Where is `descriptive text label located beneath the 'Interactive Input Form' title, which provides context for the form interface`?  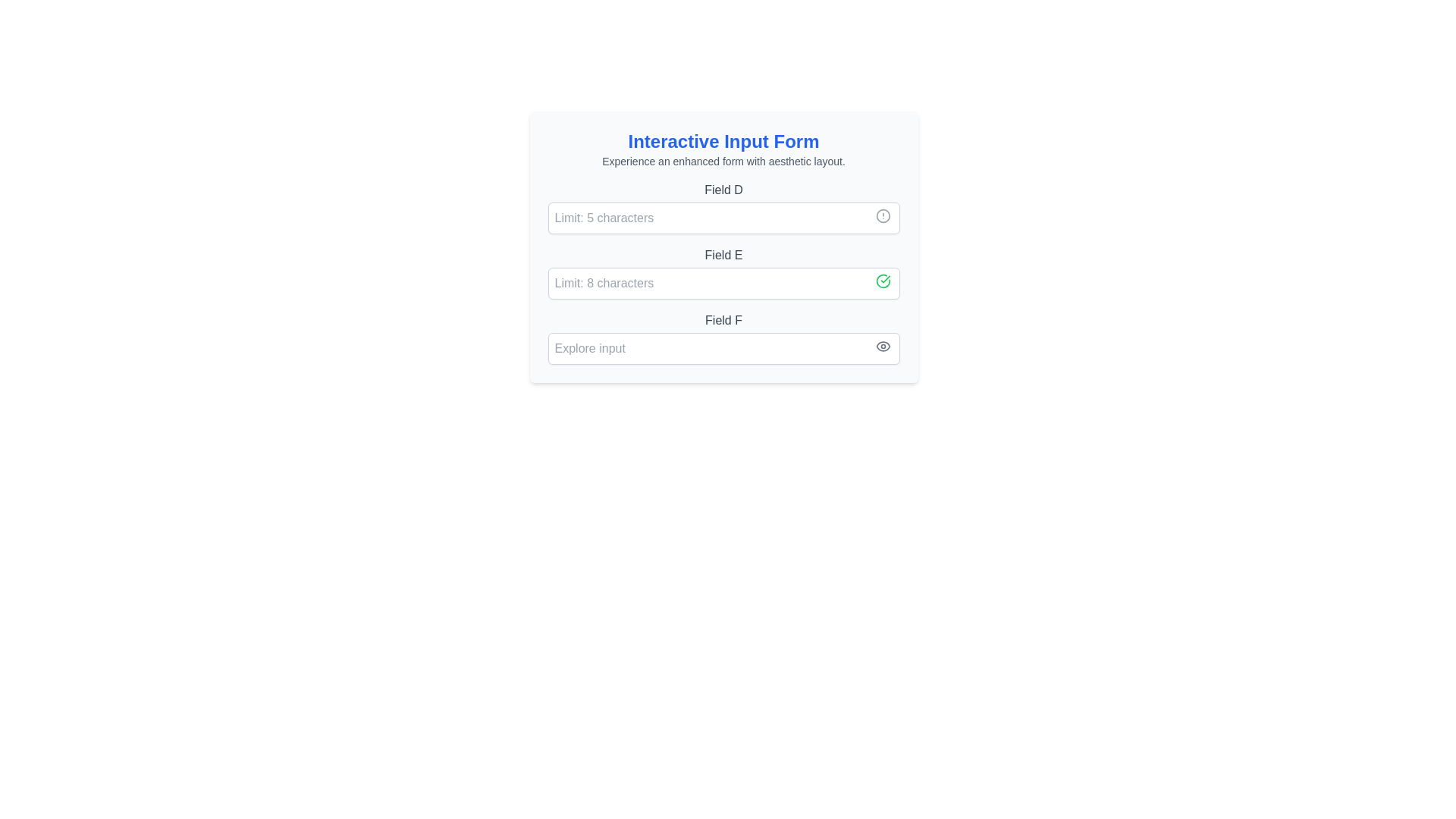 descriptive text label located beneath the 'Interactive Input Form' title, which provides context for the form interface is located at coordinates (723, 161).